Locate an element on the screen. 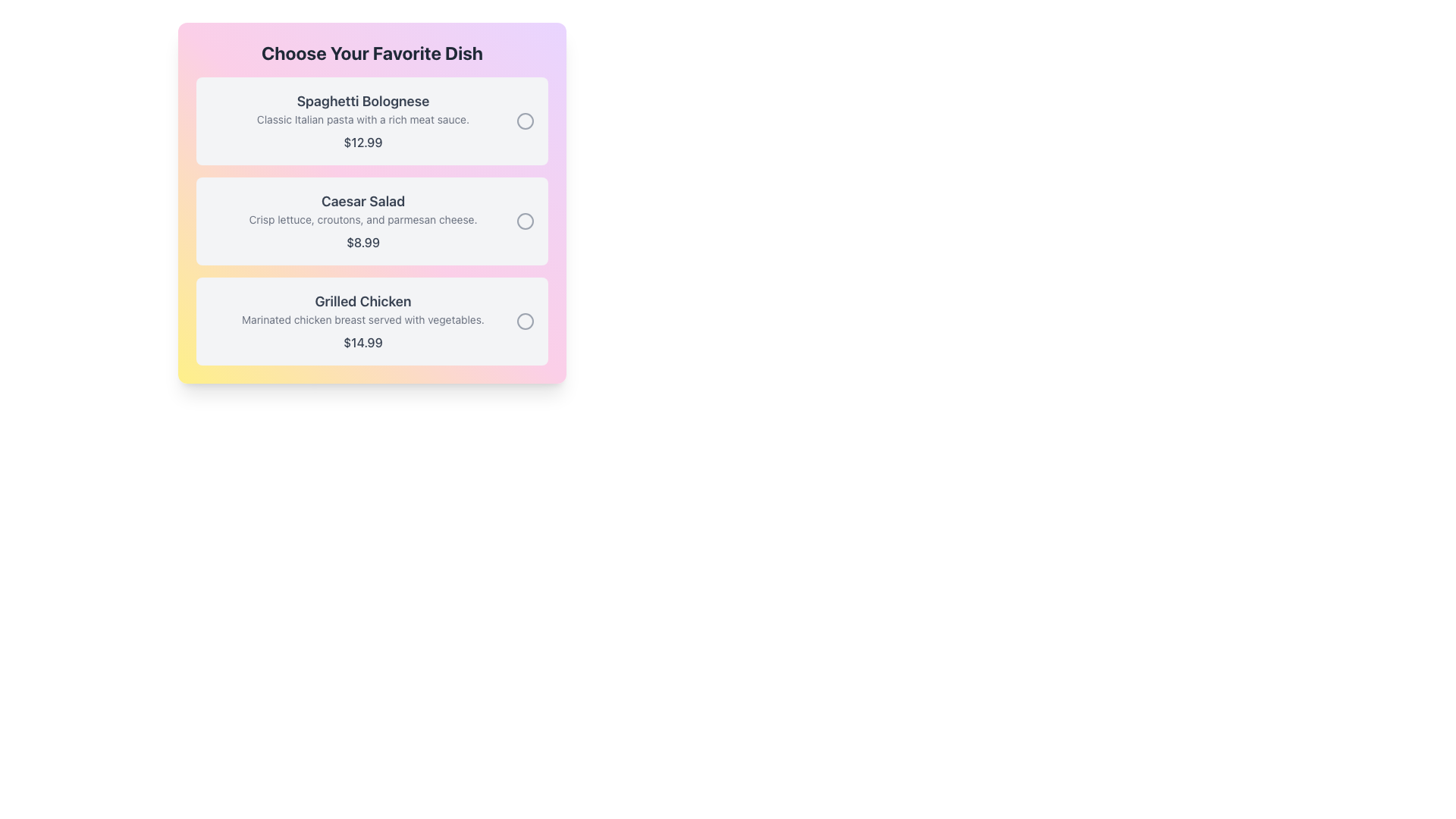  the text label displaying 'Grilled Chicken', which is bold and centrally aligned, serving as the title for the third menu option is located at coordinates (362, 301).